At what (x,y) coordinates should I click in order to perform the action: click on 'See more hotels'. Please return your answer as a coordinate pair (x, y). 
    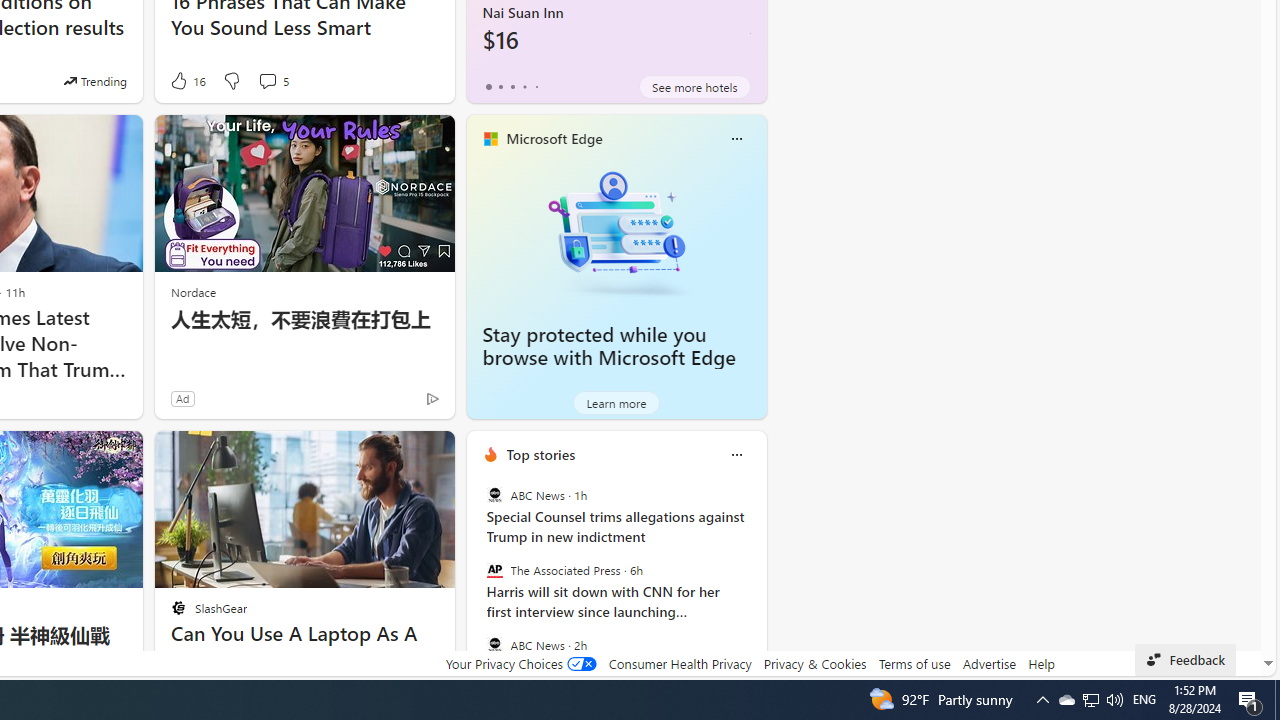
    Looking at the image, I should click on (695, 86).